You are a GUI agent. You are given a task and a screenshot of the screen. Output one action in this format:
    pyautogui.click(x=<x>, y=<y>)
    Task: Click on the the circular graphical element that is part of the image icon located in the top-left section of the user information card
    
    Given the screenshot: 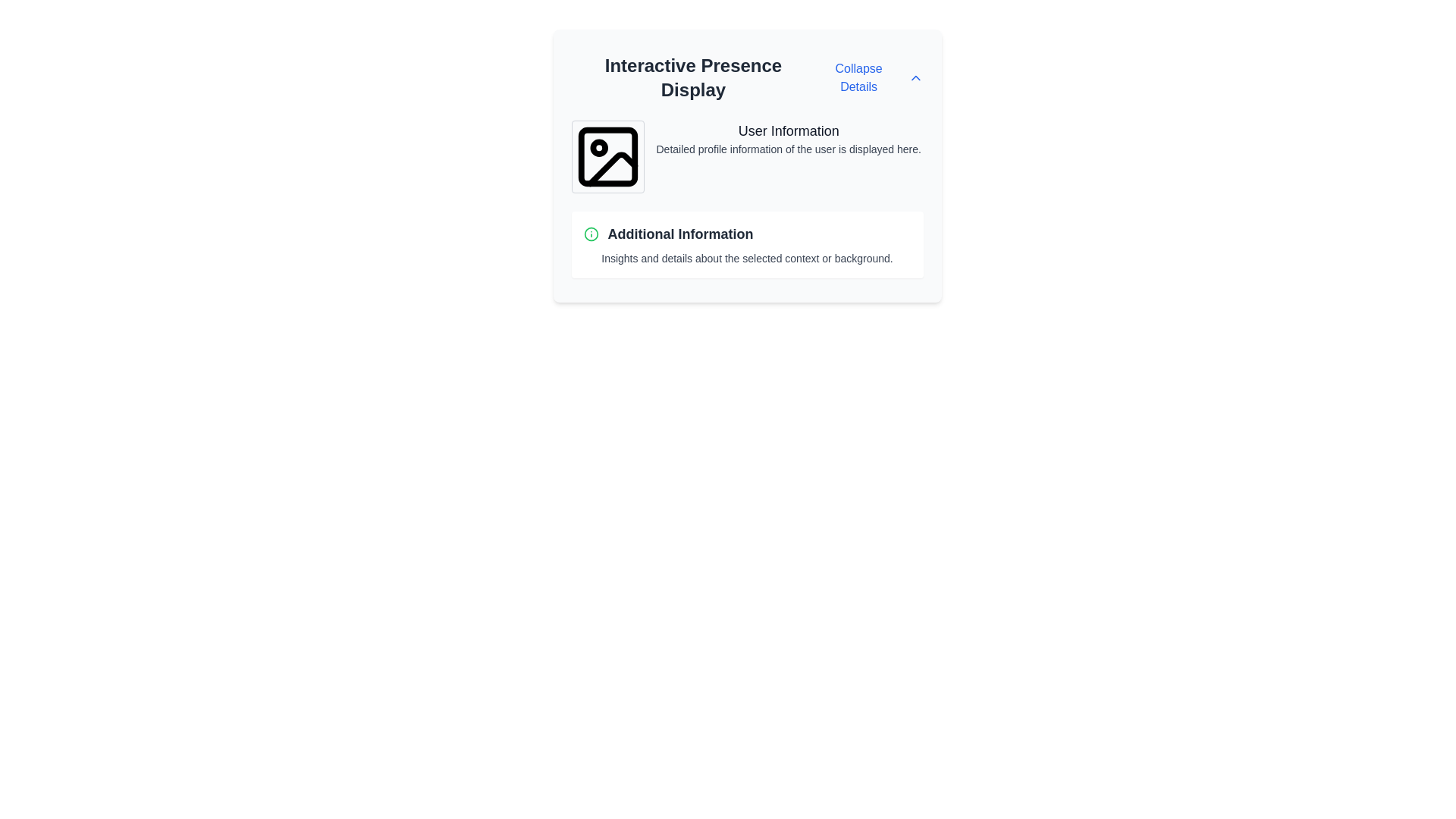 What is the action you would take?
    pyautogui.click(x=598, y=148)
    